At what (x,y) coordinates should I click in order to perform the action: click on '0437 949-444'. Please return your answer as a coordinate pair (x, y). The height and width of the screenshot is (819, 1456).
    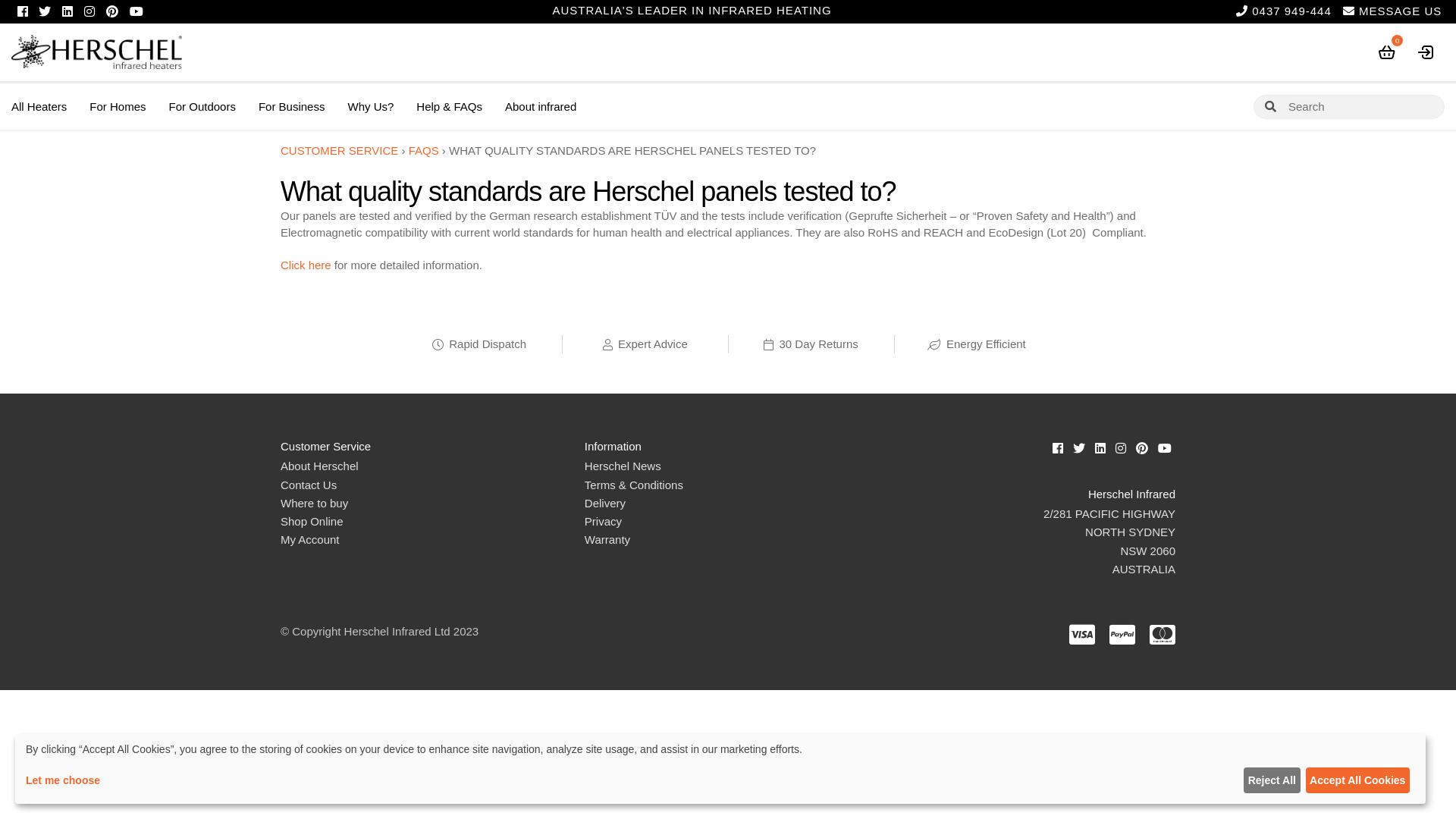
    Looking at the image, I should click on (1236, 11).